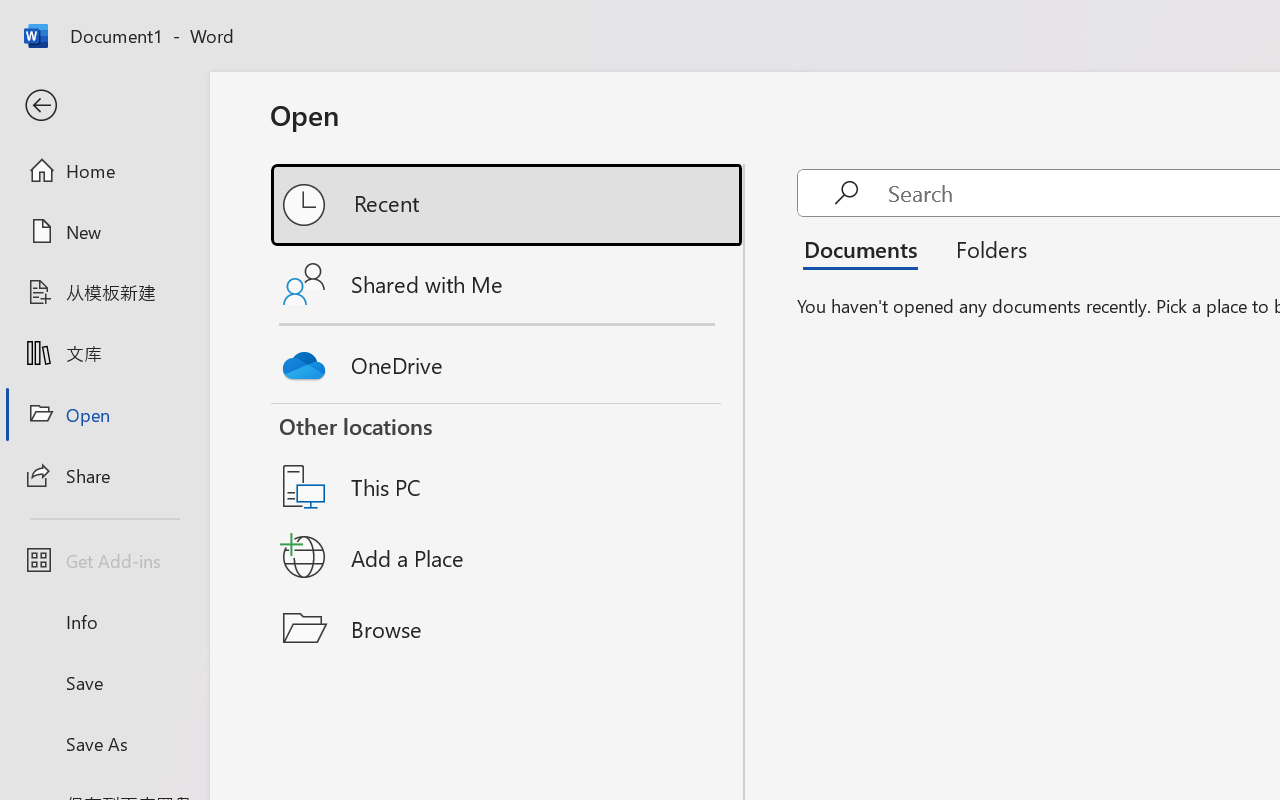  What do you see at coordinates (103, 621) in the screenshot?
I see `'Info'` at bounding box center [103, 621].